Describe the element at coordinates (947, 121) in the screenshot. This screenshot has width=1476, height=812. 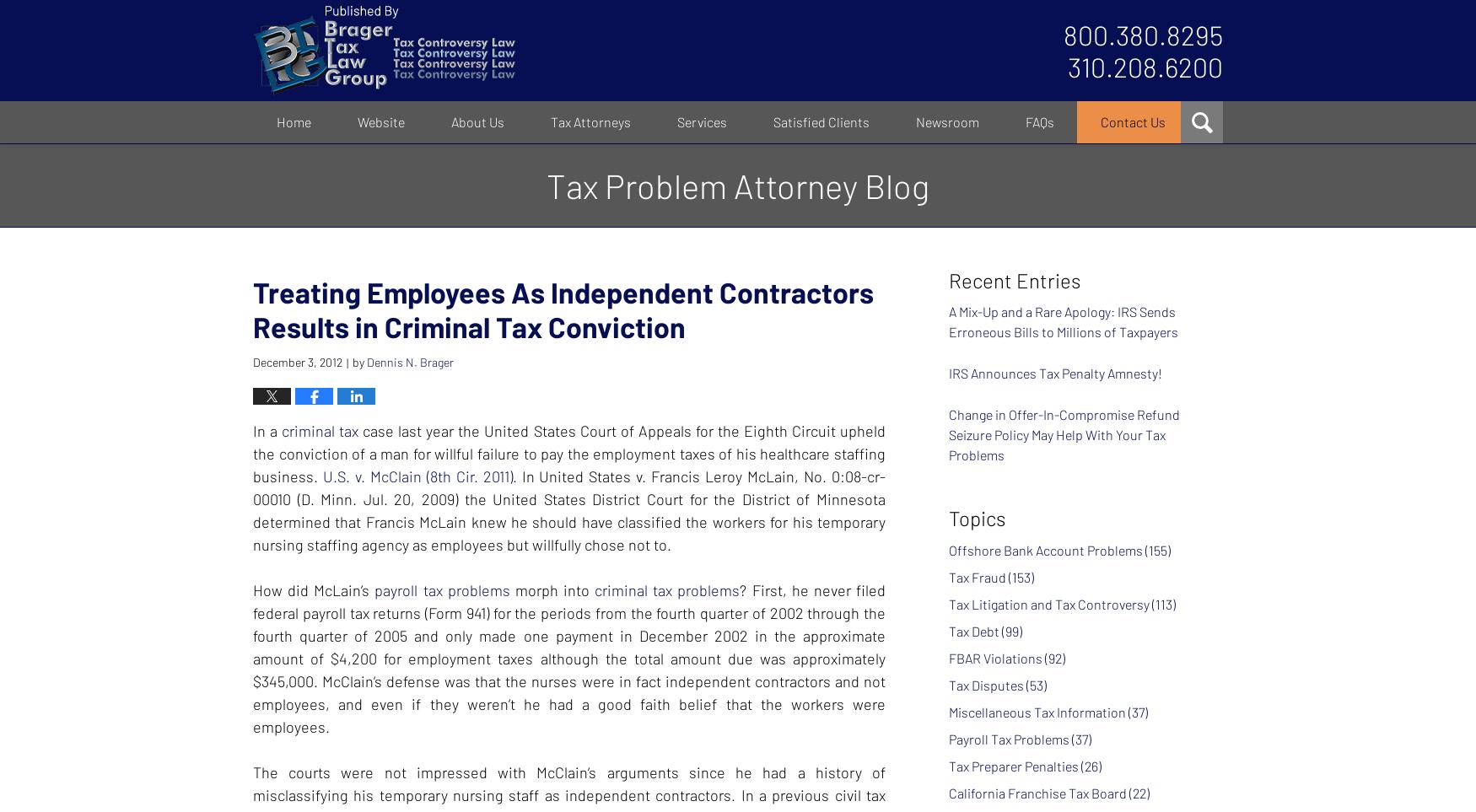
I see `'Newsroom'` at that location.